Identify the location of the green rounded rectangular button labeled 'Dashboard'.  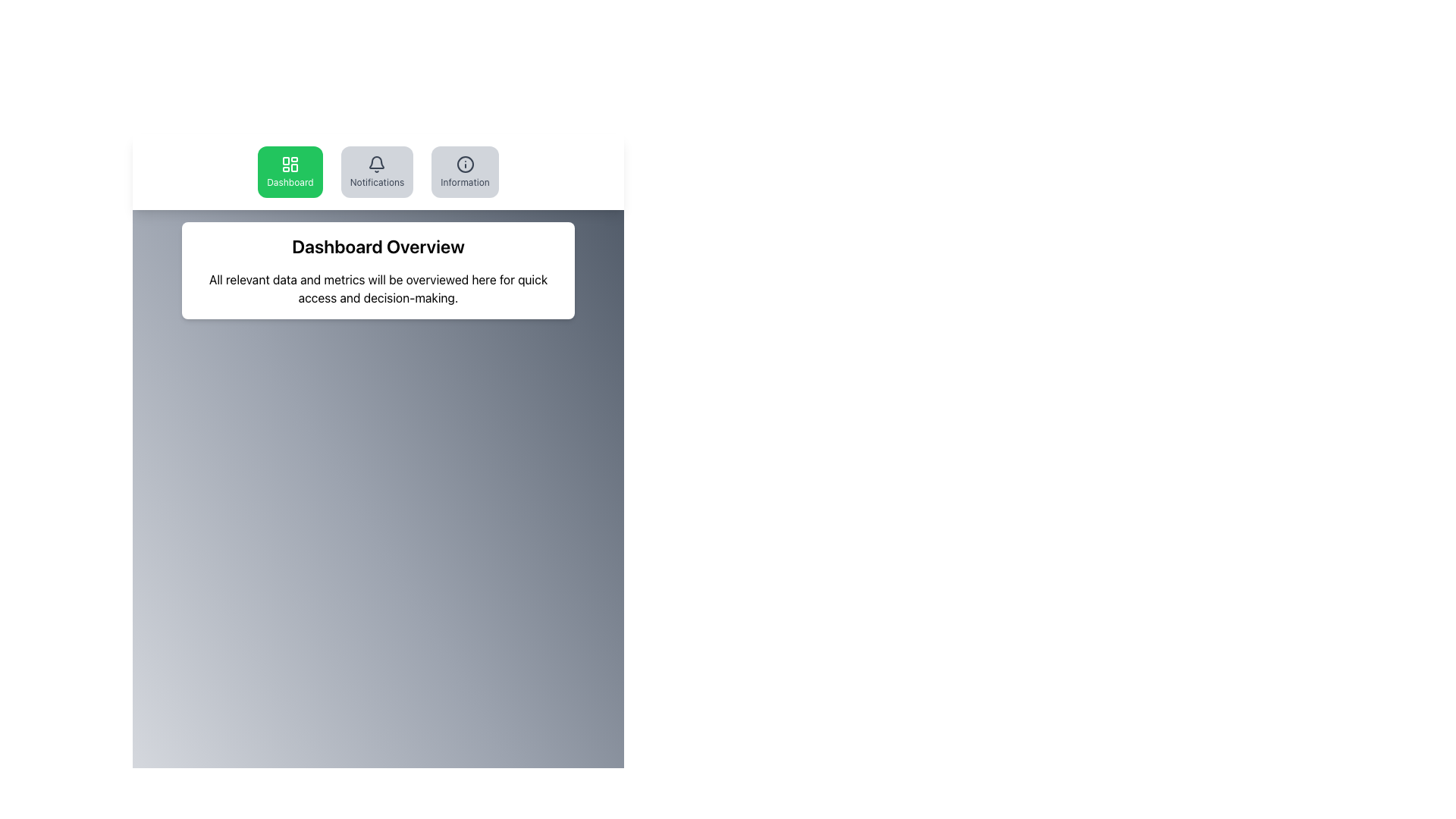
(290, 171).